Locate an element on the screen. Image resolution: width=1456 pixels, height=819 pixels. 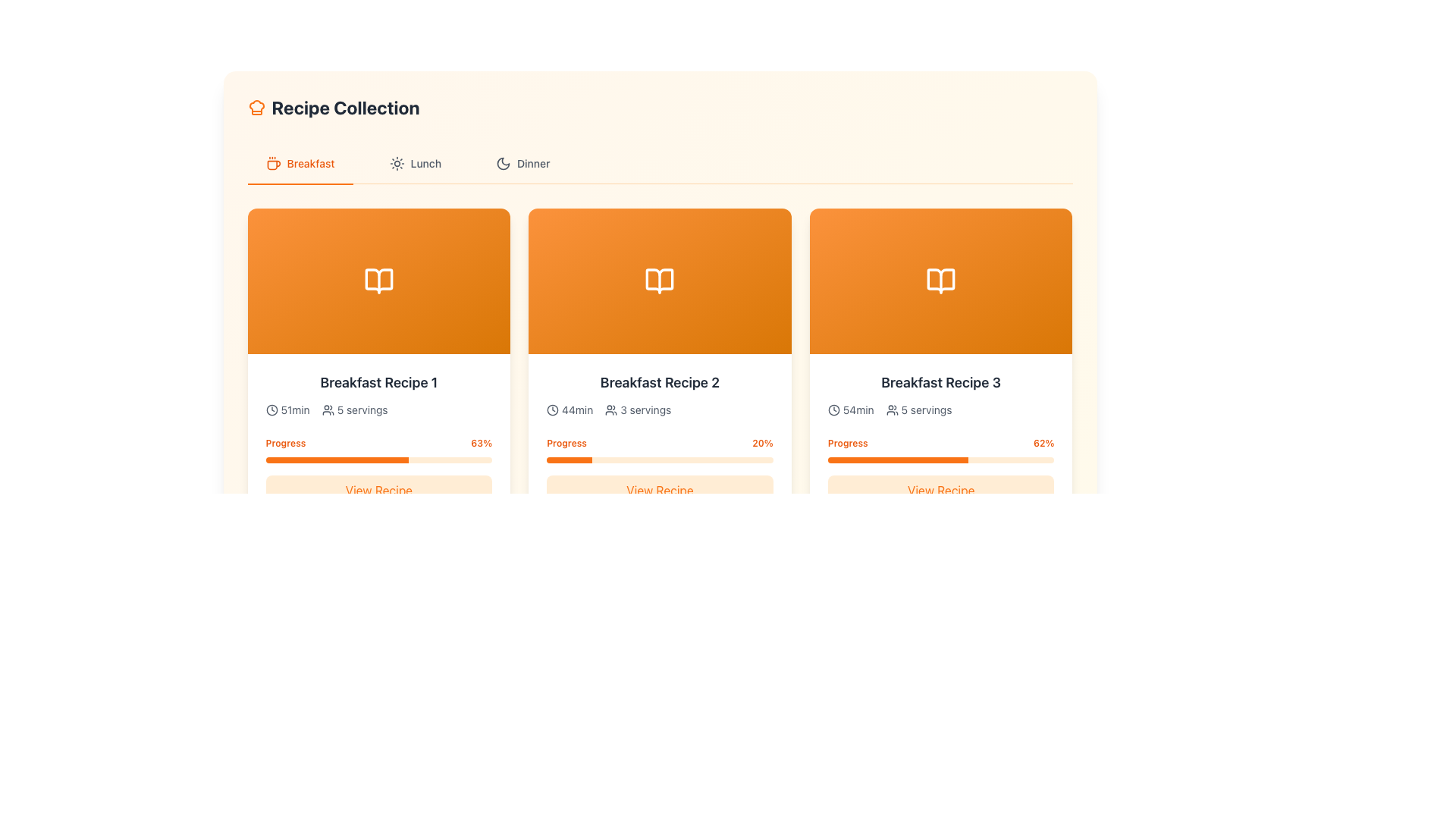
the clock icon representing the preparation time of '54 minutes' for 'Breakfast Recipe 3', located to the left of the text '54min' in the third recipe card is located at coordinates (833, 409).